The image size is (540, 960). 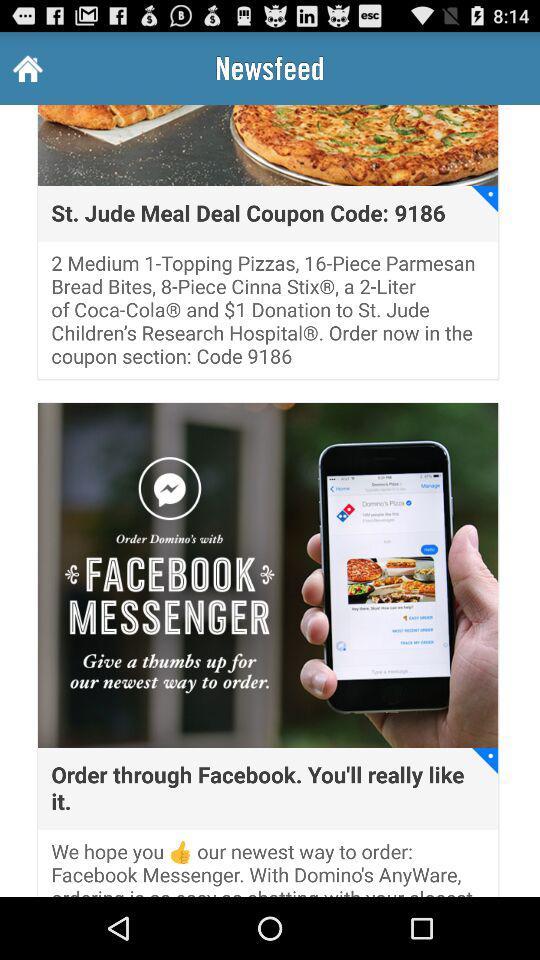 I want to click on item next to newsfeed icon, so click(x=25, y=68).